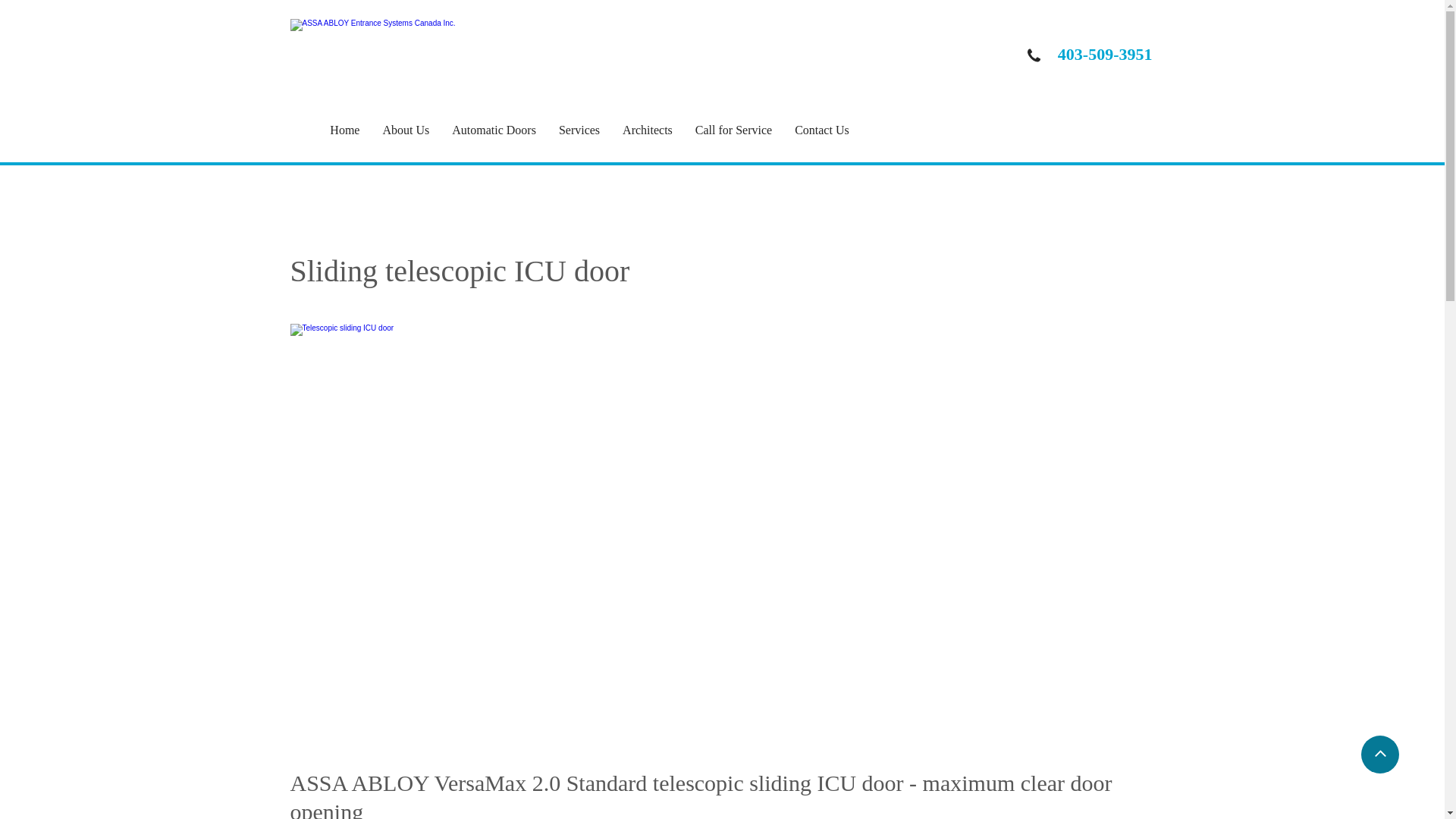 This screenshot has width=1456, height=819. I want to click on '403-509-3951', so click(1105, 53).